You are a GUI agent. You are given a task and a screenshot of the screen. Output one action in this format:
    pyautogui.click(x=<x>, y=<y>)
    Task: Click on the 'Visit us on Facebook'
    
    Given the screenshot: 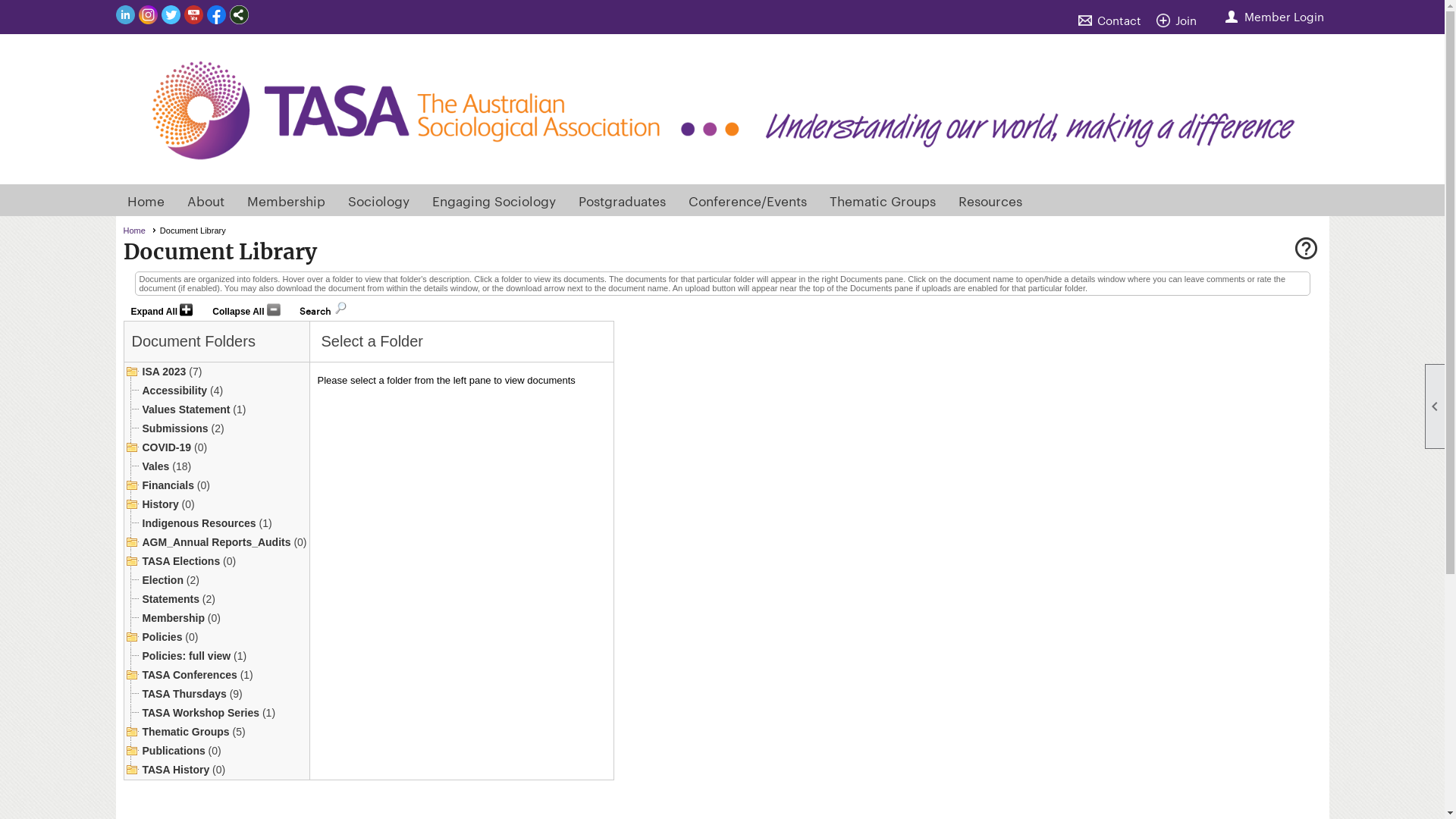 What is the action you would take?
    pyautogui.click(x=215, y=15)
    